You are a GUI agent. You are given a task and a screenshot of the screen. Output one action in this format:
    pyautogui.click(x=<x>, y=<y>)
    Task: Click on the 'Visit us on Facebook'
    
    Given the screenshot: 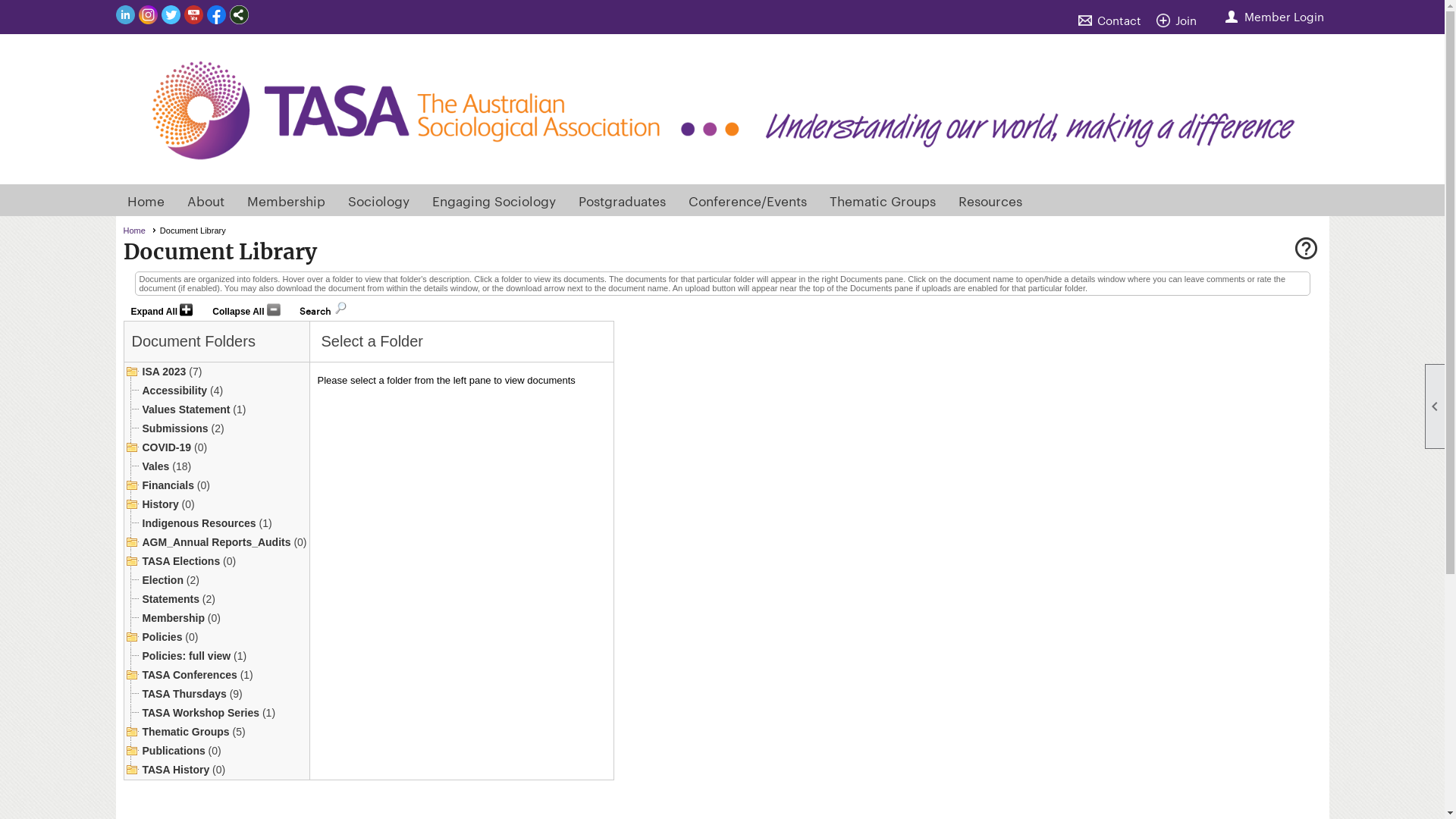 What is the action you would take?
    pyautogui.click(x=215, y=15)
    